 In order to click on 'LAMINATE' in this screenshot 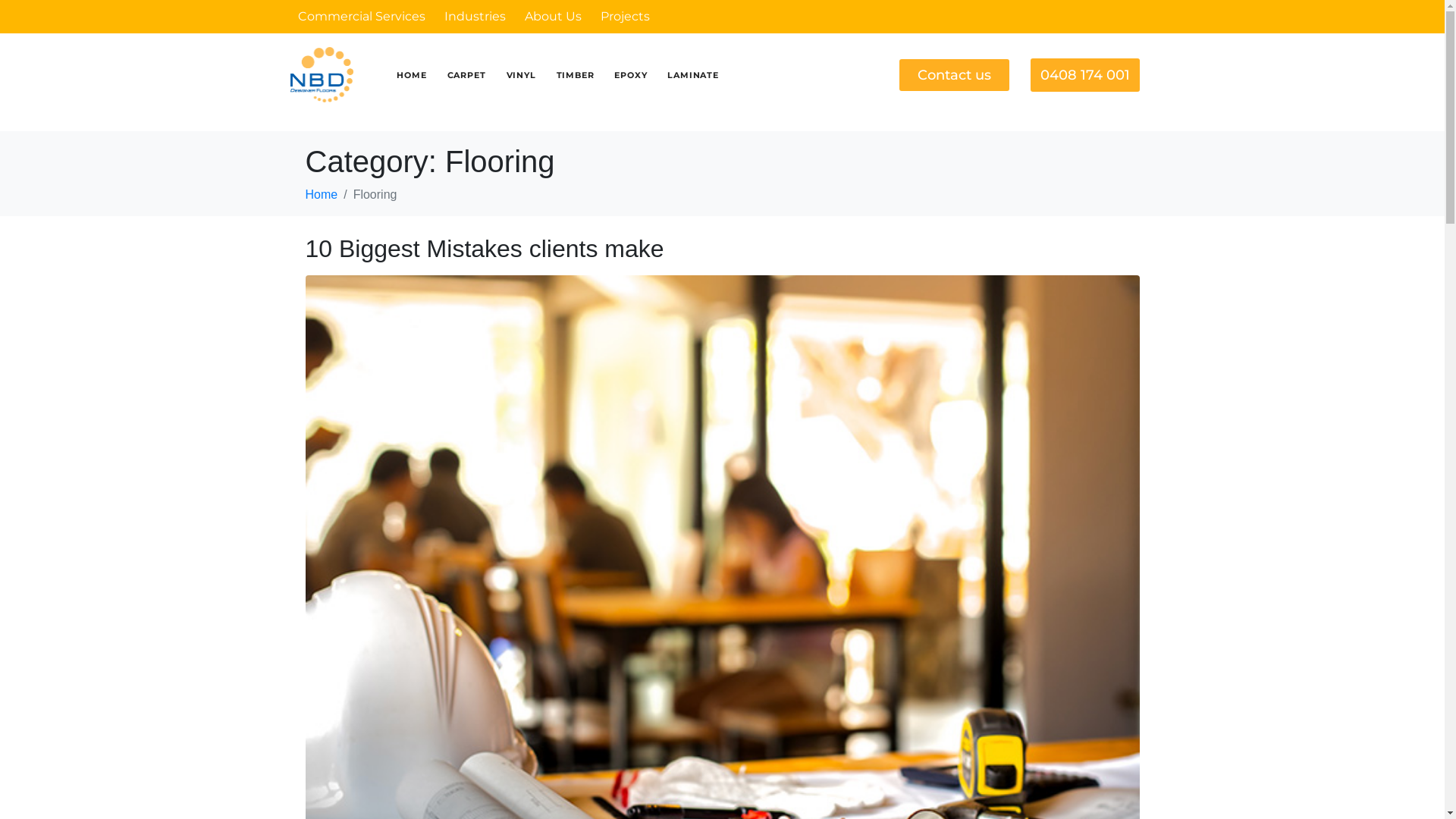, I will do `click(692, 75)`.